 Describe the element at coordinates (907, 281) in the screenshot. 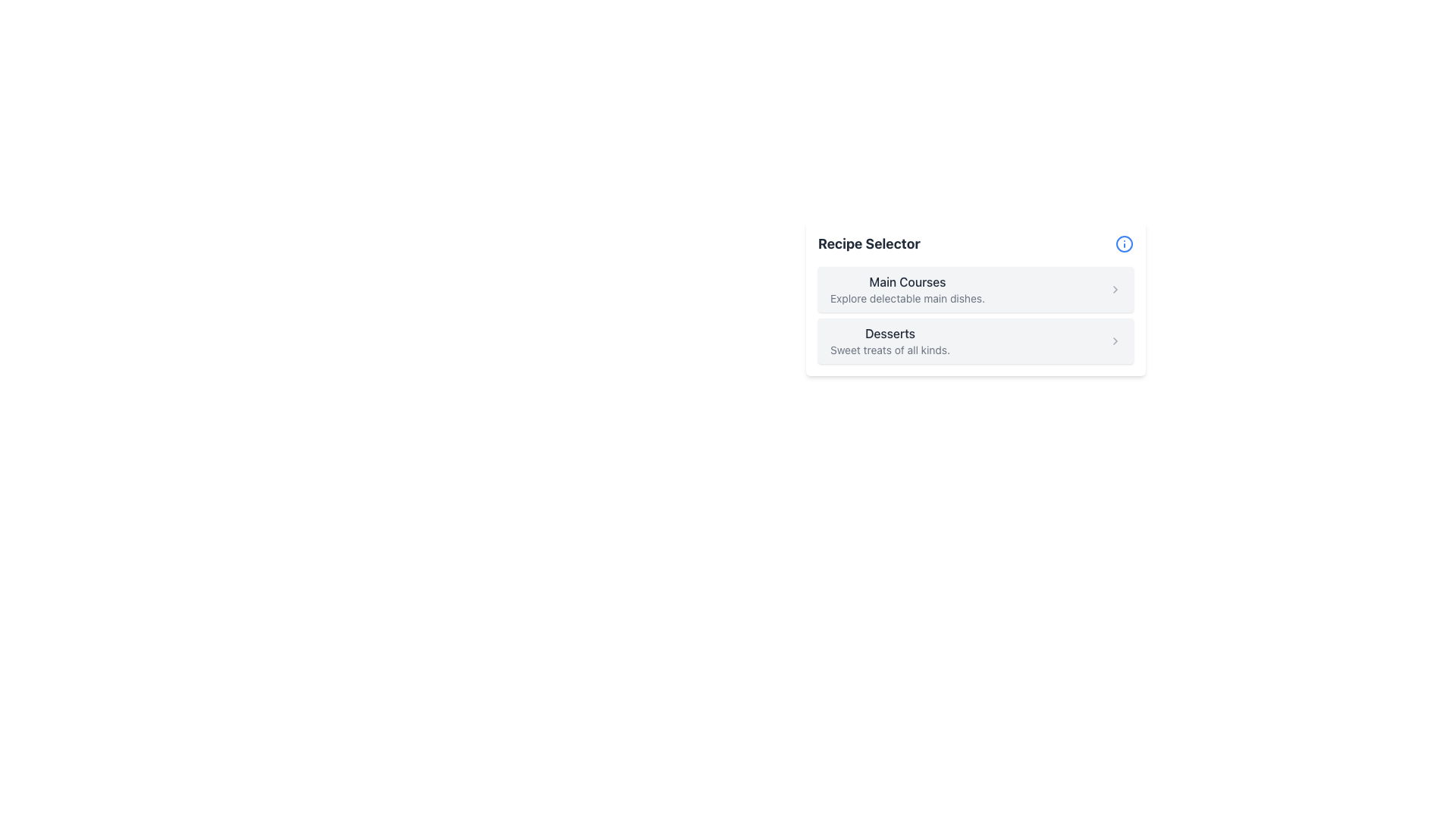

I see `the text label element reading 'Main Courses', styled with a medium-weight font and grayish-black color, located at the top of the section above the description 'Explore delectable main dishes'` at that location.